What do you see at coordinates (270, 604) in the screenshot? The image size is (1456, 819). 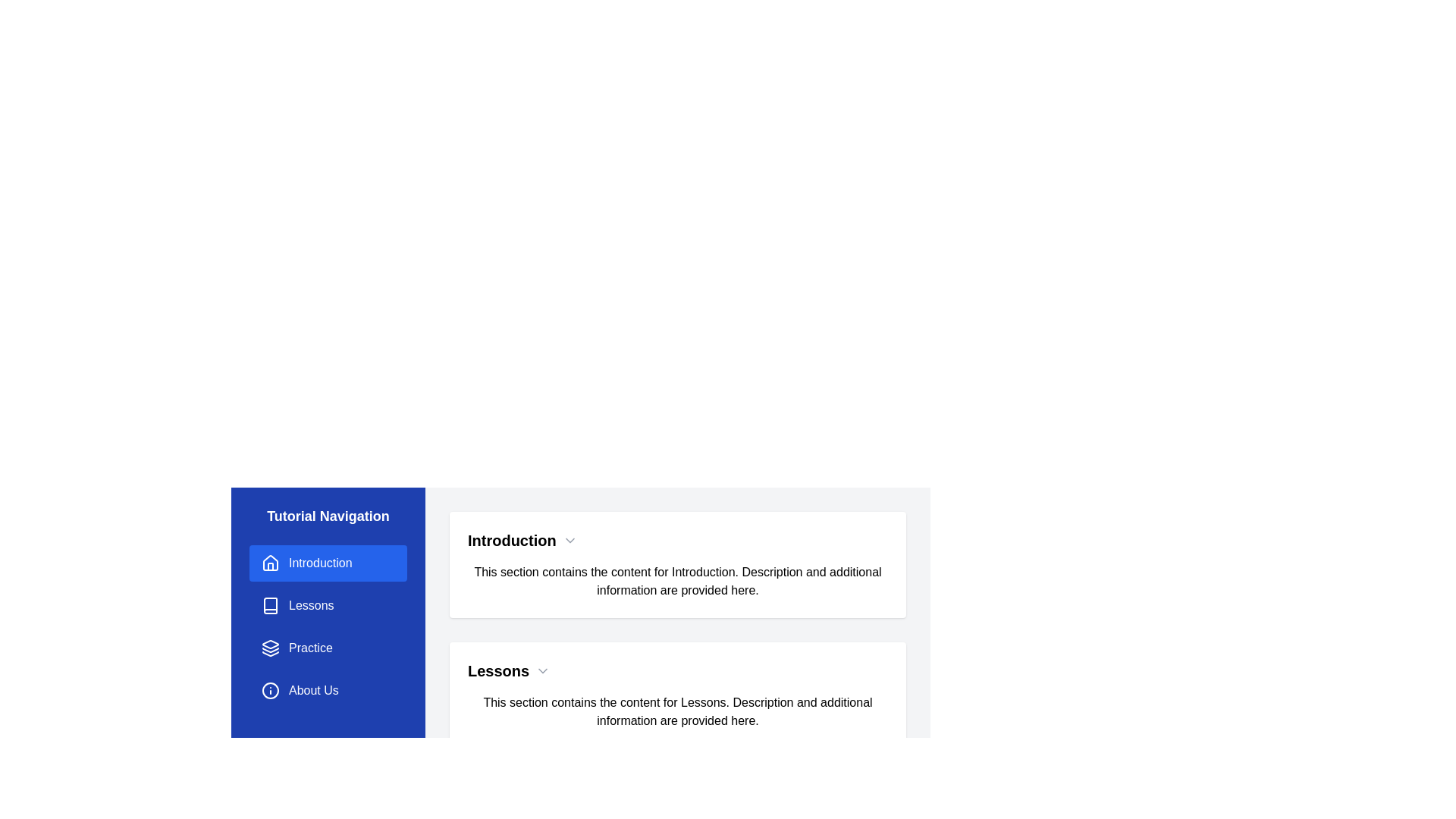 I see `the closed book icon in the vertical navigation menu on the left side of the page` at bounding box center [270, 604].